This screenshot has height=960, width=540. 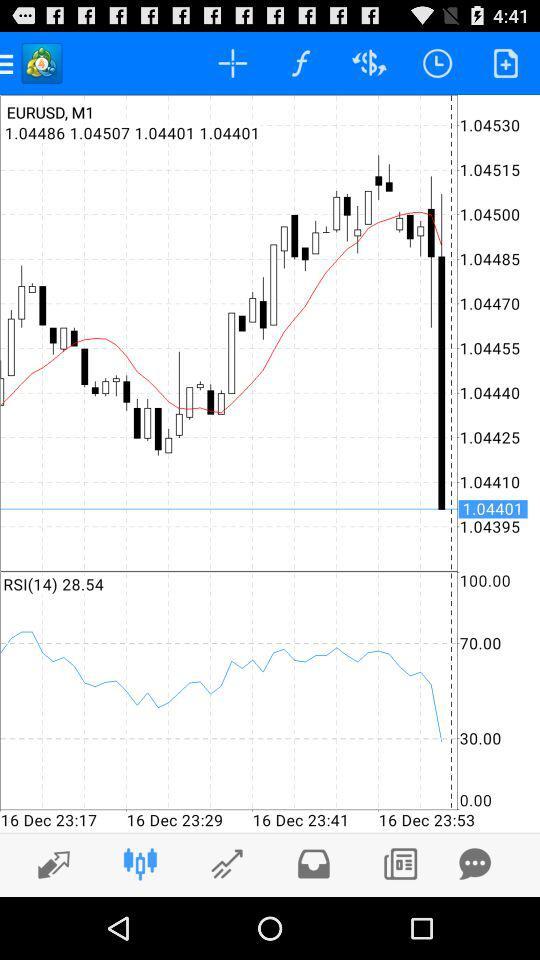 I want to click on copy icon, so click(x=400, y=863).